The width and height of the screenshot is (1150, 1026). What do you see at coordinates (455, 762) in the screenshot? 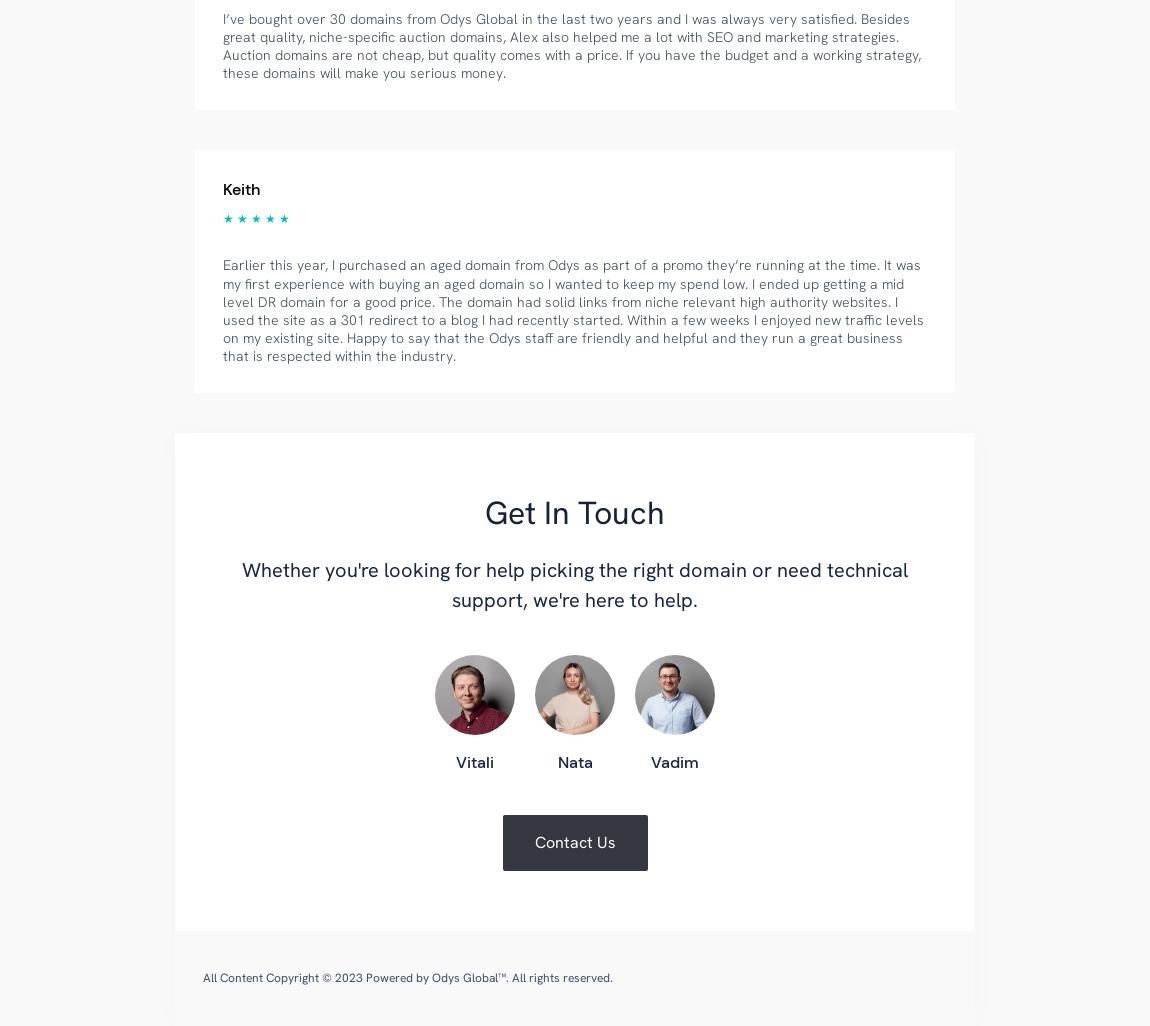
I see `'Vitali'` at bounding box center [455, 762].